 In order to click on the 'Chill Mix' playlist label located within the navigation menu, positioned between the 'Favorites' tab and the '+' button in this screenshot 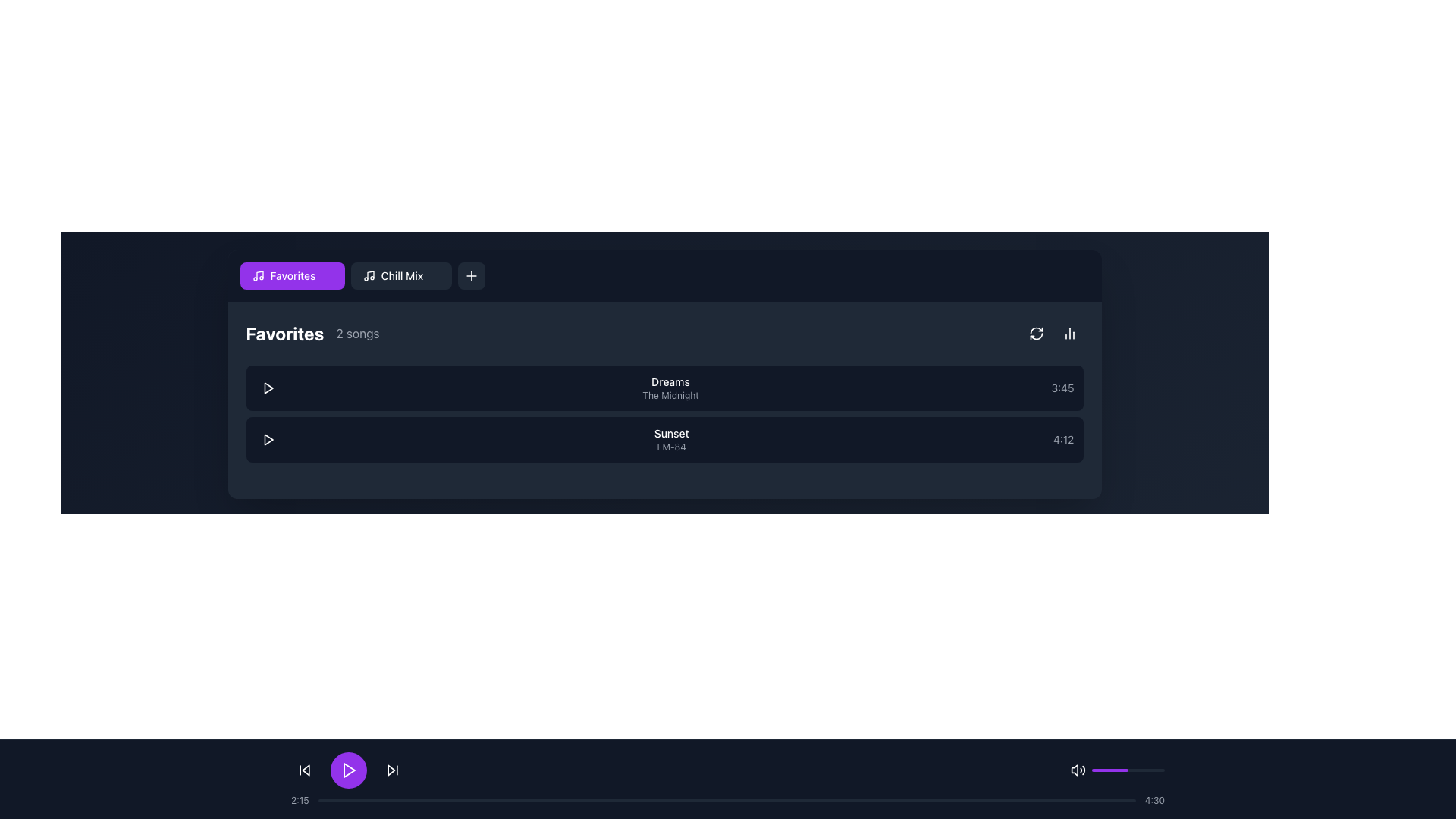, I will do `click(402, 275)`.